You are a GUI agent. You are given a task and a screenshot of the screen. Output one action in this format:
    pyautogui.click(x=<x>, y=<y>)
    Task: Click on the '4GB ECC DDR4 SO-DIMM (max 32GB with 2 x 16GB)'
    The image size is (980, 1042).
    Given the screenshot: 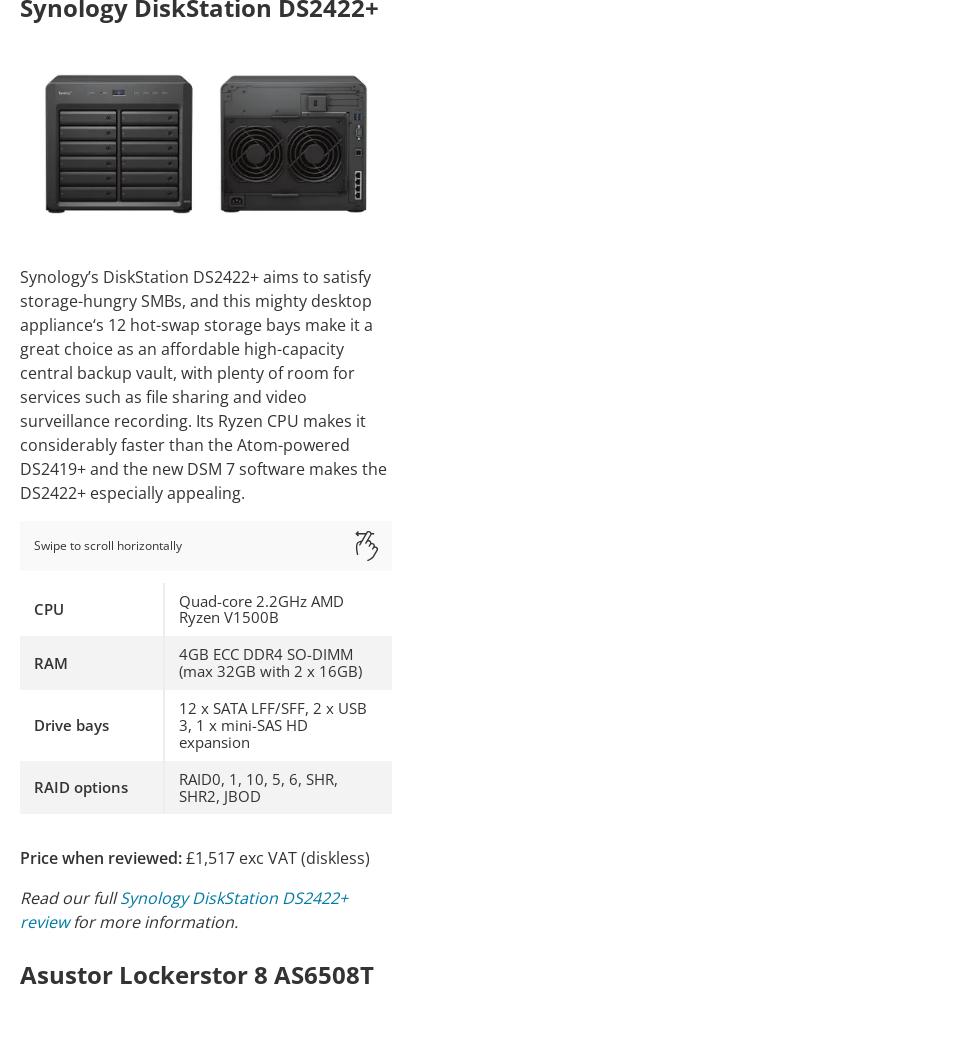 What is the action you would take?
    pyautogui.click(x=179, y=662)
    